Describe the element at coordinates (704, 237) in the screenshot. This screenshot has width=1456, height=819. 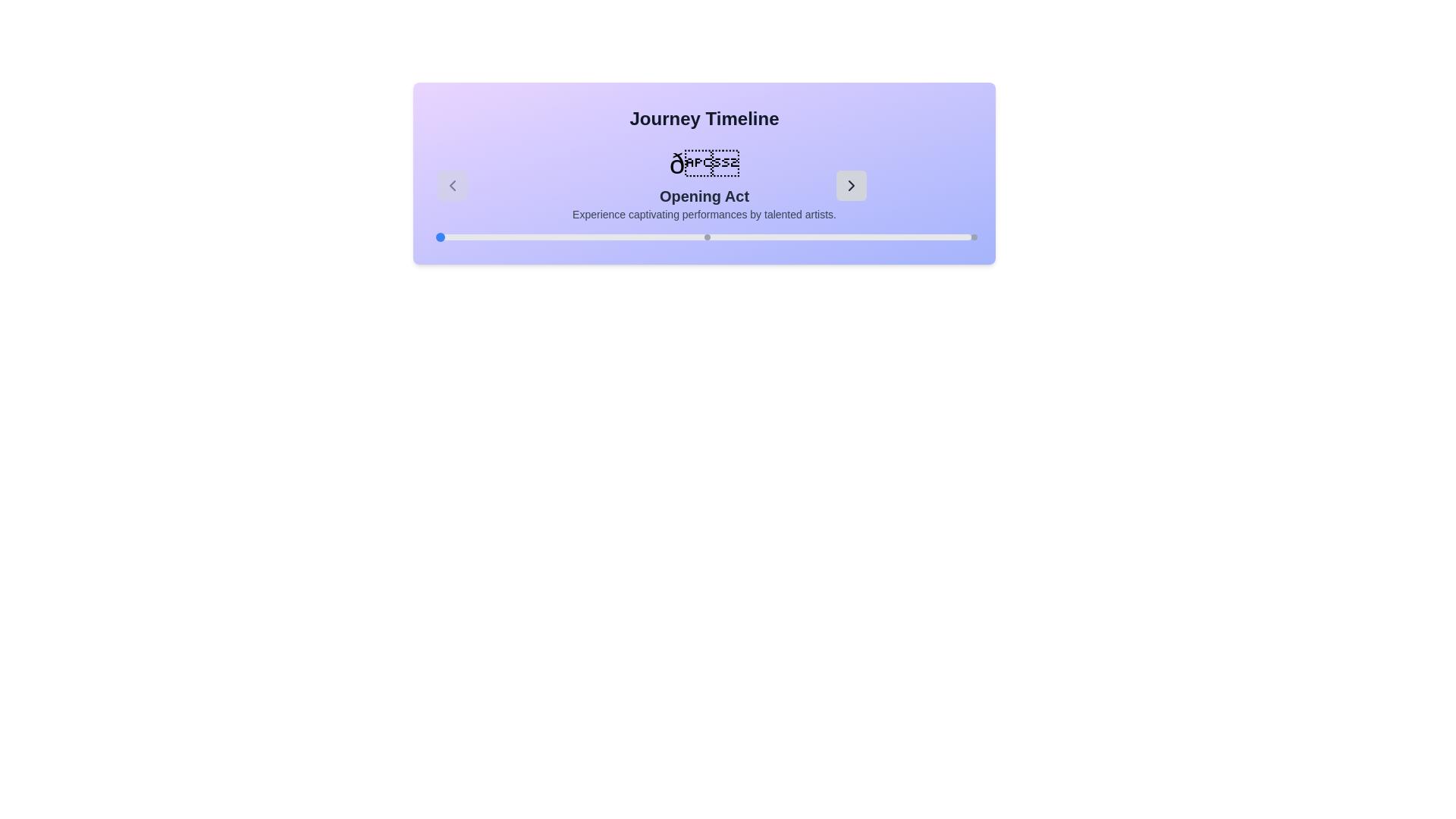
I see `the circular indicators within the progress indicator bar located at the bottom section of the 'Journey Timeline' card, just below the text 'Experience captivating performances by talented artists.'` at that location.